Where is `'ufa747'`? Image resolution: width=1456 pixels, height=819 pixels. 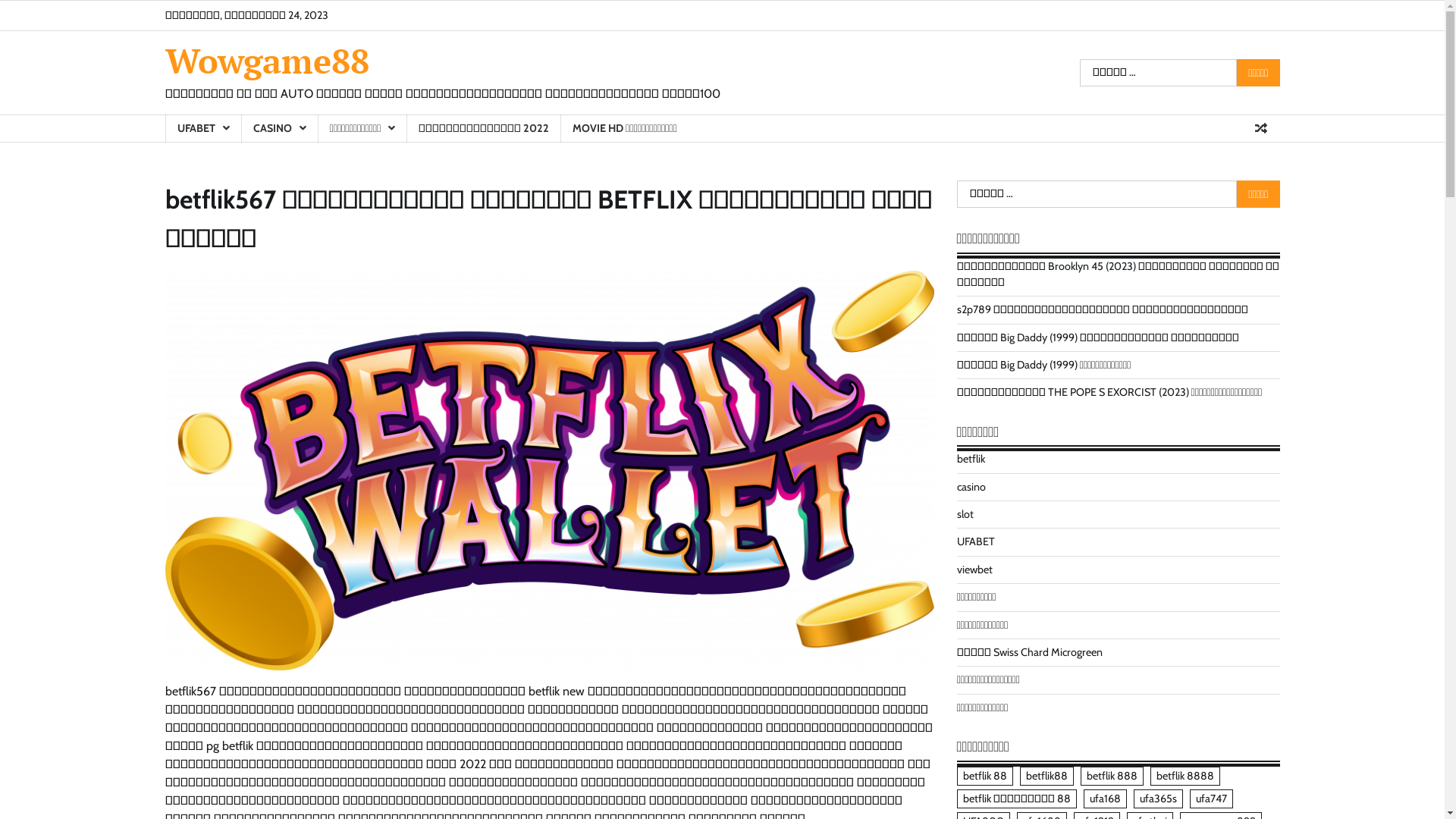
'ufa747' is located at coordinates (1210, 798).